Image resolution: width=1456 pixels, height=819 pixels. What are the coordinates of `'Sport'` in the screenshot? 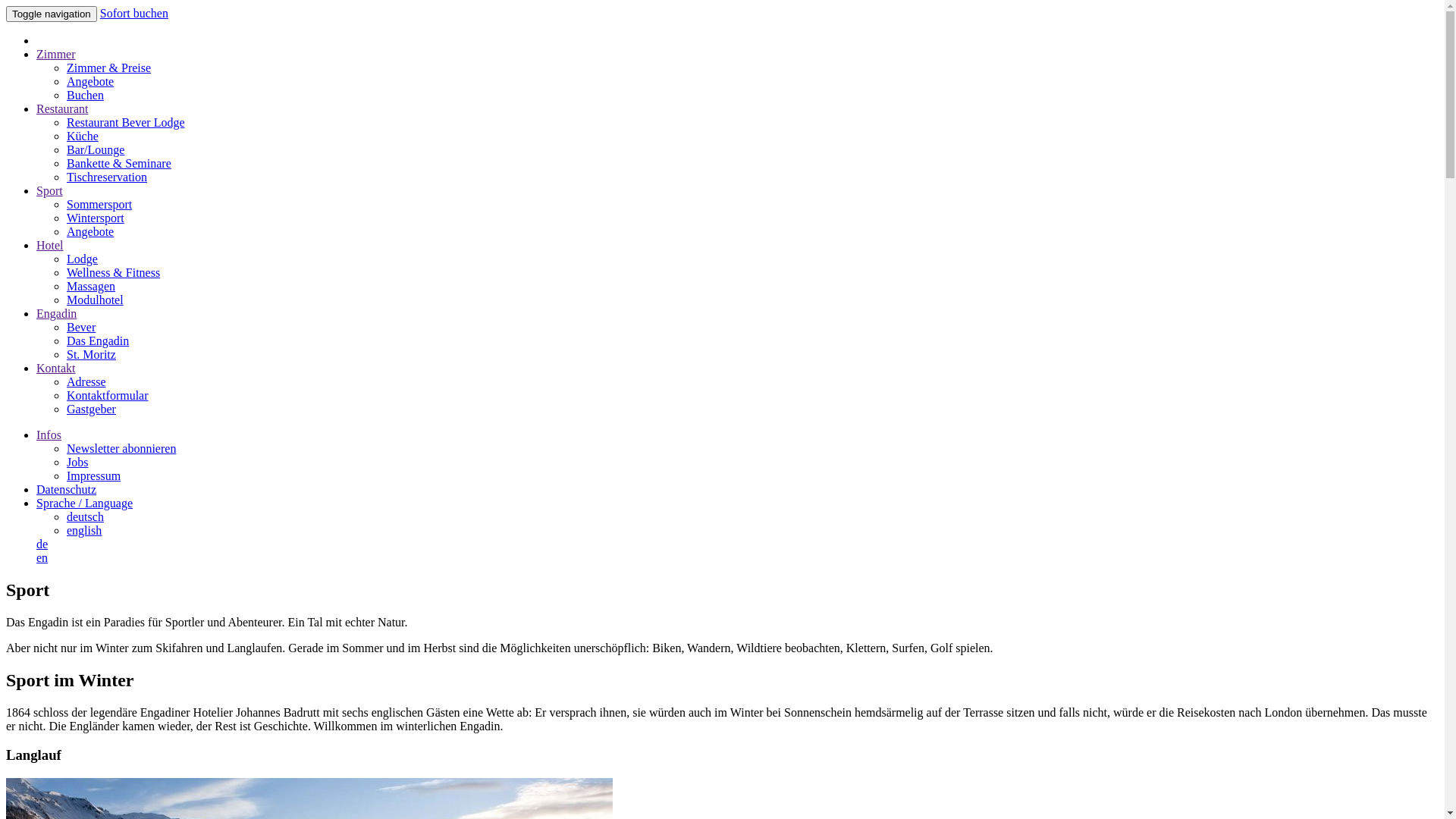 It's located at (49, 190).